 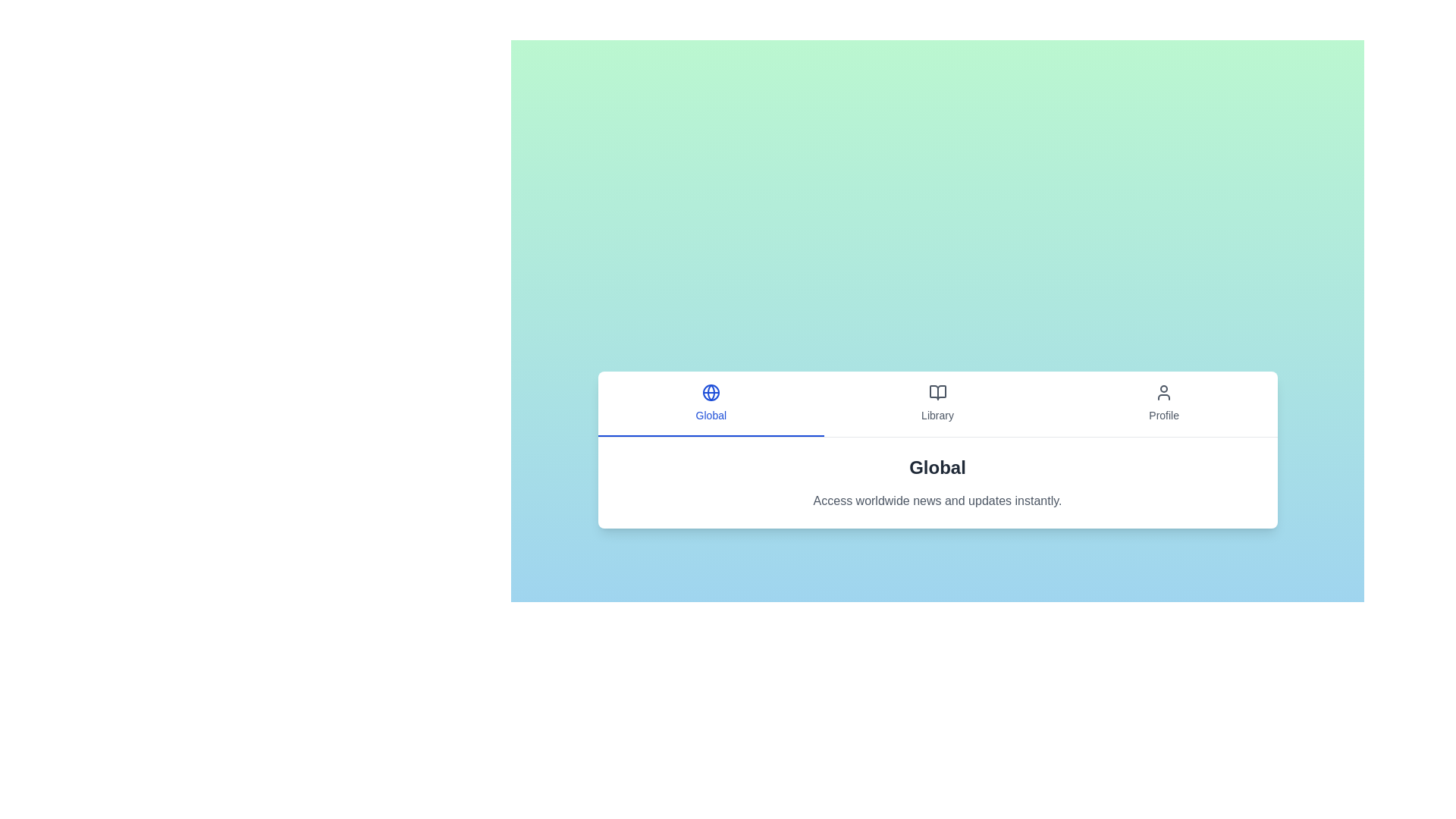 What do you see at coordinates (1163, 403) in the screenshot?
I see `the tab button corresponding to Profile` at bounding box center [1163, 403].